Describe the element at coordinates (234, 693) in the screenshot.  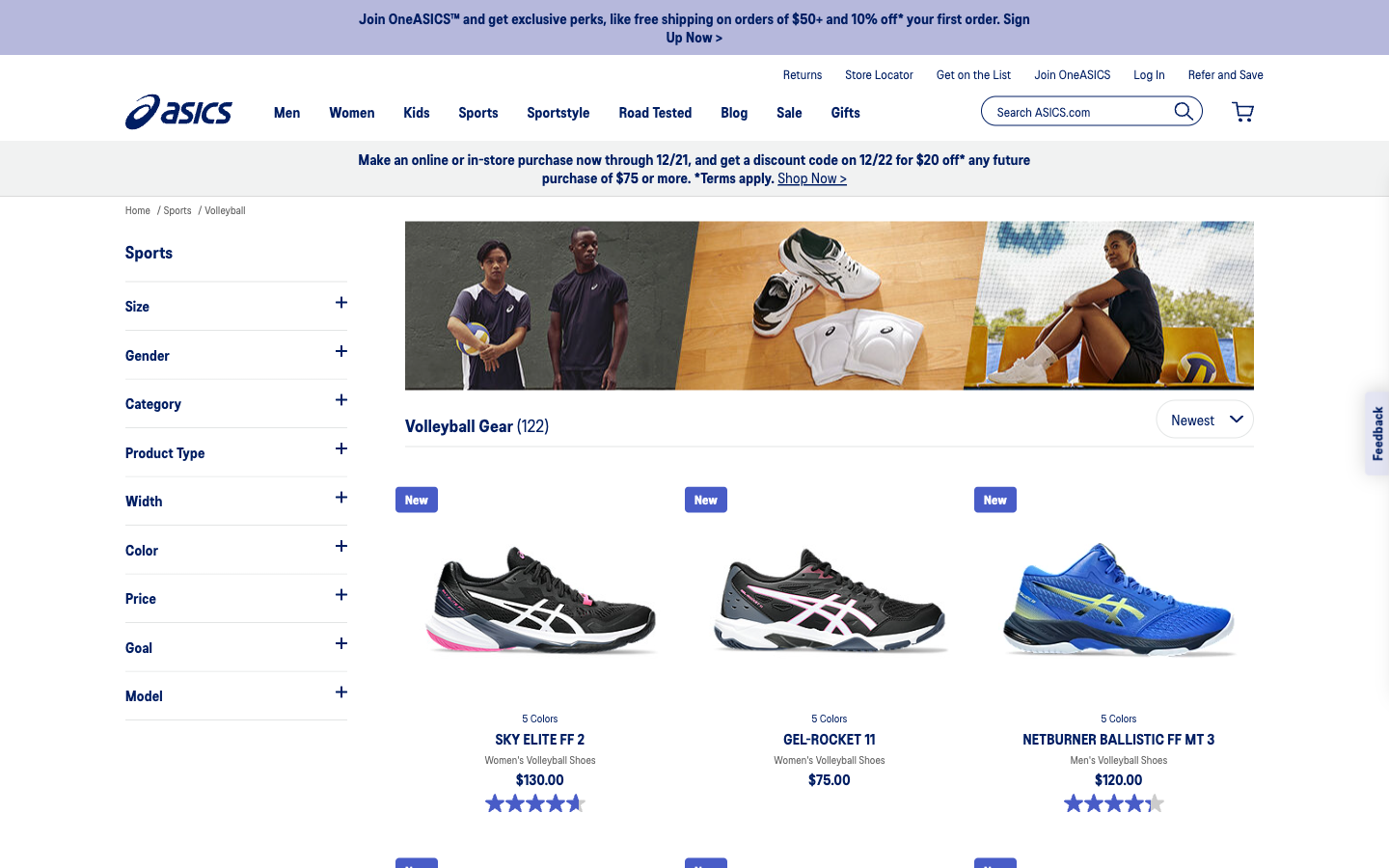
I see `See what models they have in the sports shoes` at that location.